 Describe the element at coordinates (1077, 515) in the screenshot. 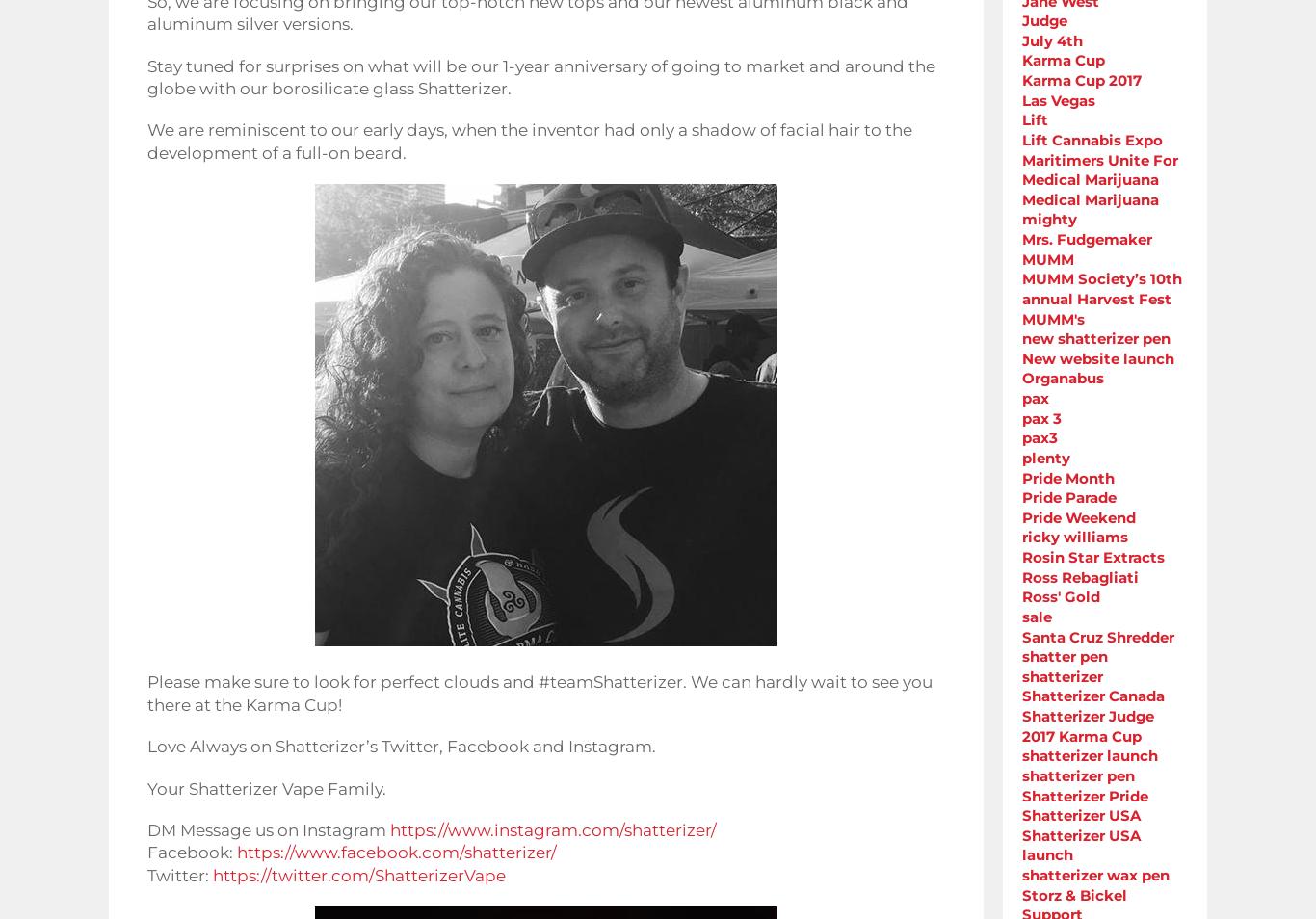

I see `'Pride Weekend'` at that location.